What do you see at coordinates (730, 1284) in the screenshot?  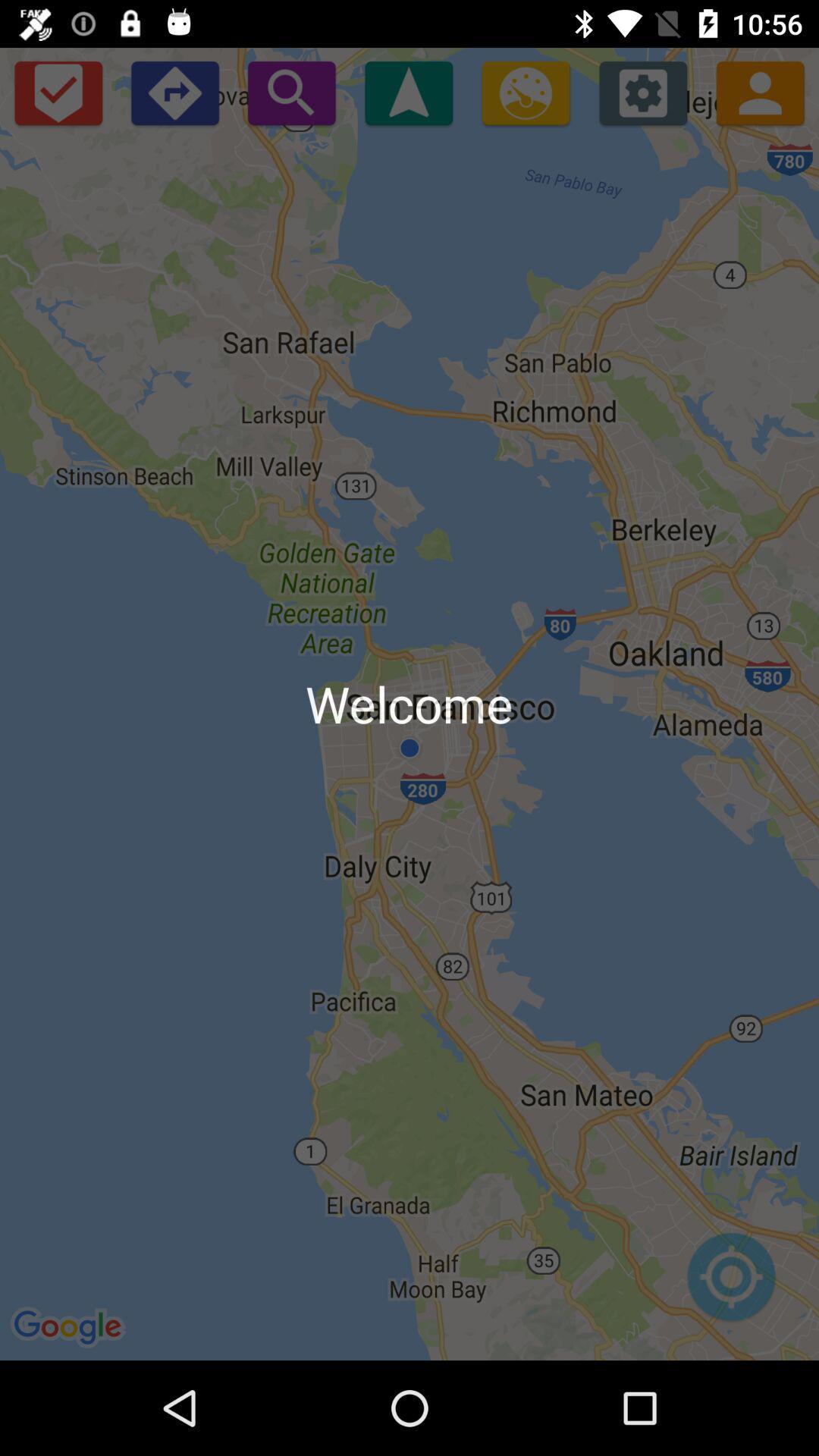 I see `spot where you are` at bounding box center [730, 1284].